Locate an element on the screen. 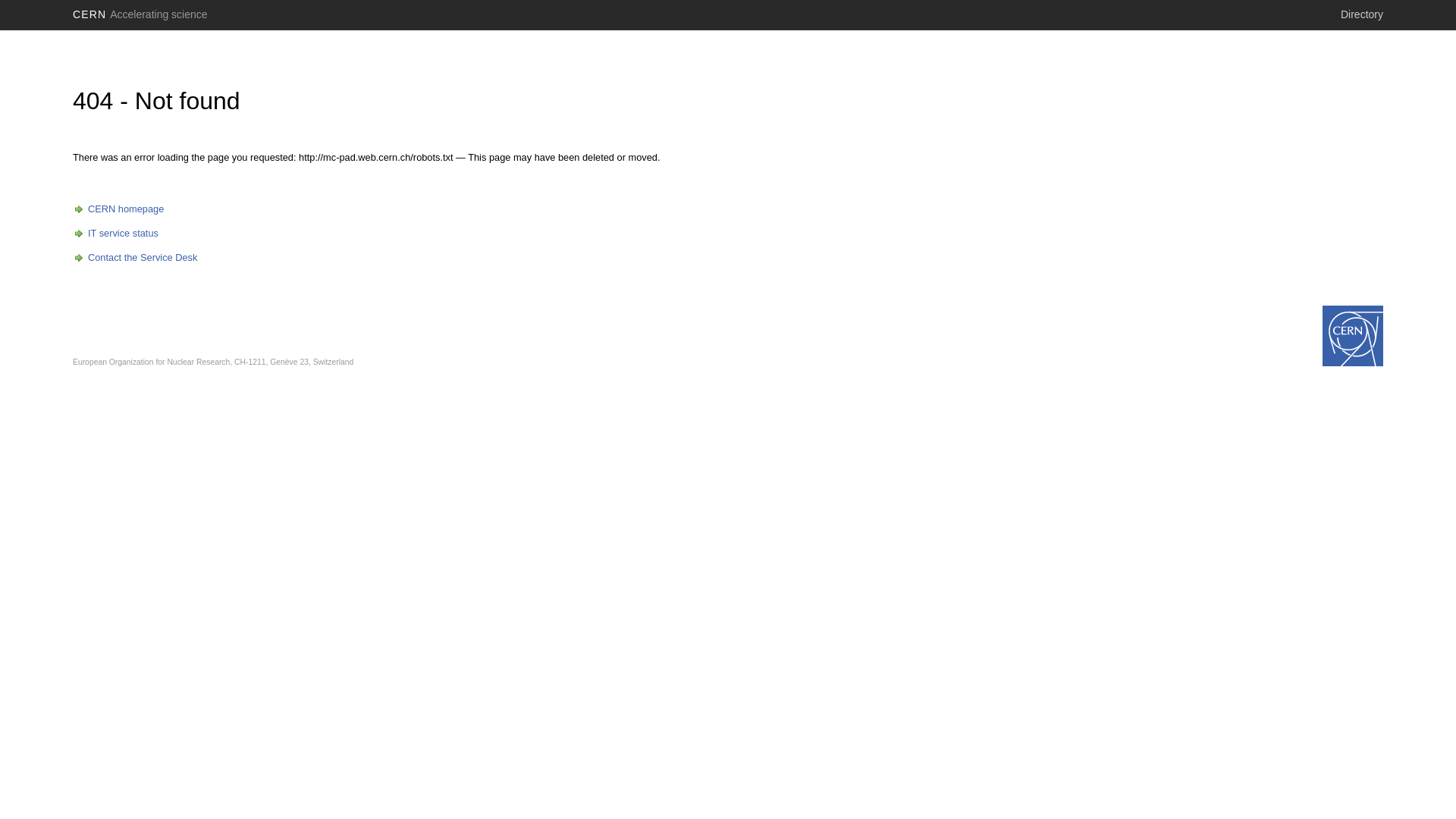  'CERN homepage' is located at coordinates (72, 209).